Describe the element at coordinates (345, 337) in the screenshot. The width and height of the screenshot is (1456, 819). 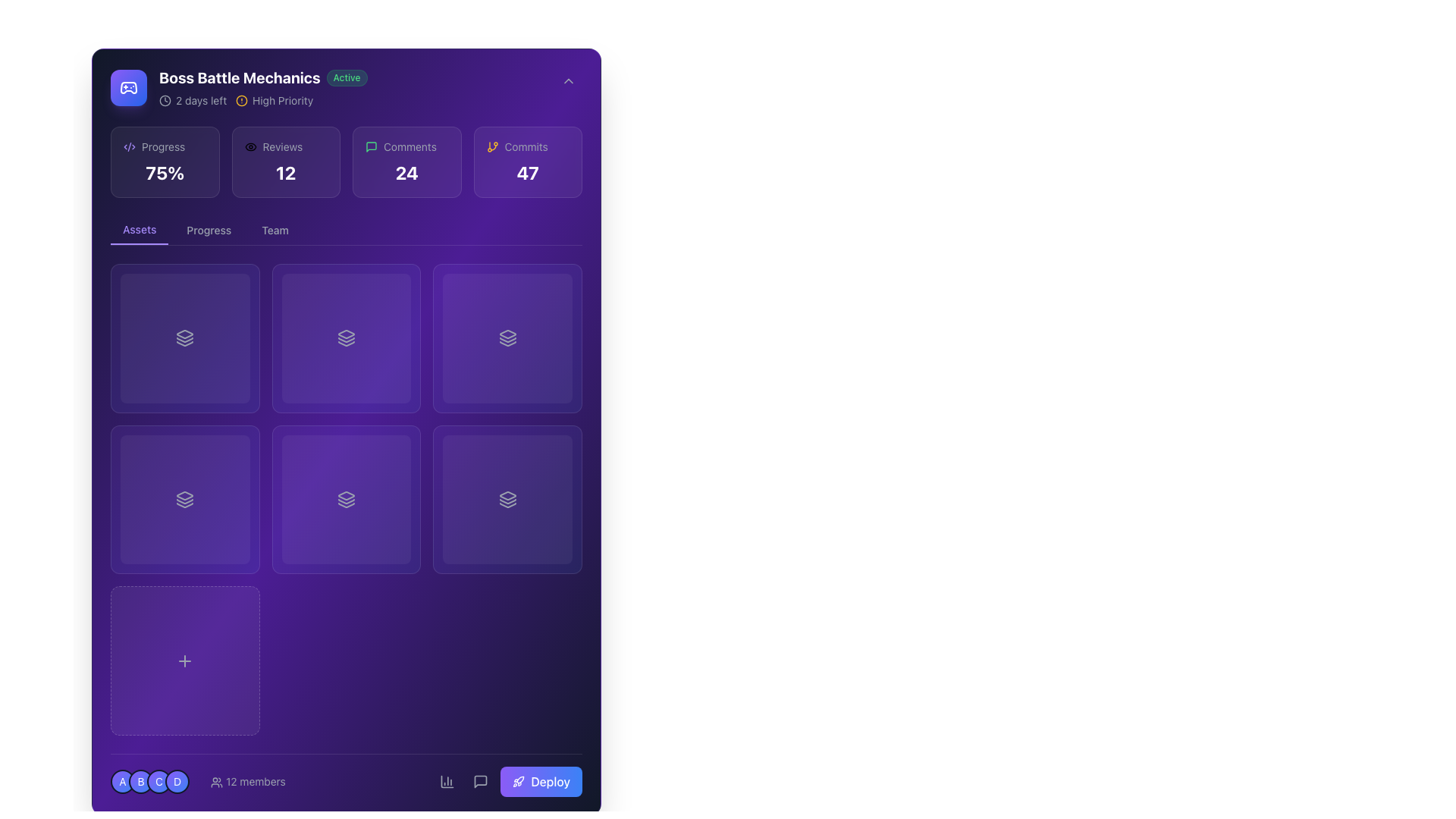
I see `the light gray stack-like icon with three layered rectangles located in the 'Assets' section, specifically in the second cell of the top row of the grid` at that location.